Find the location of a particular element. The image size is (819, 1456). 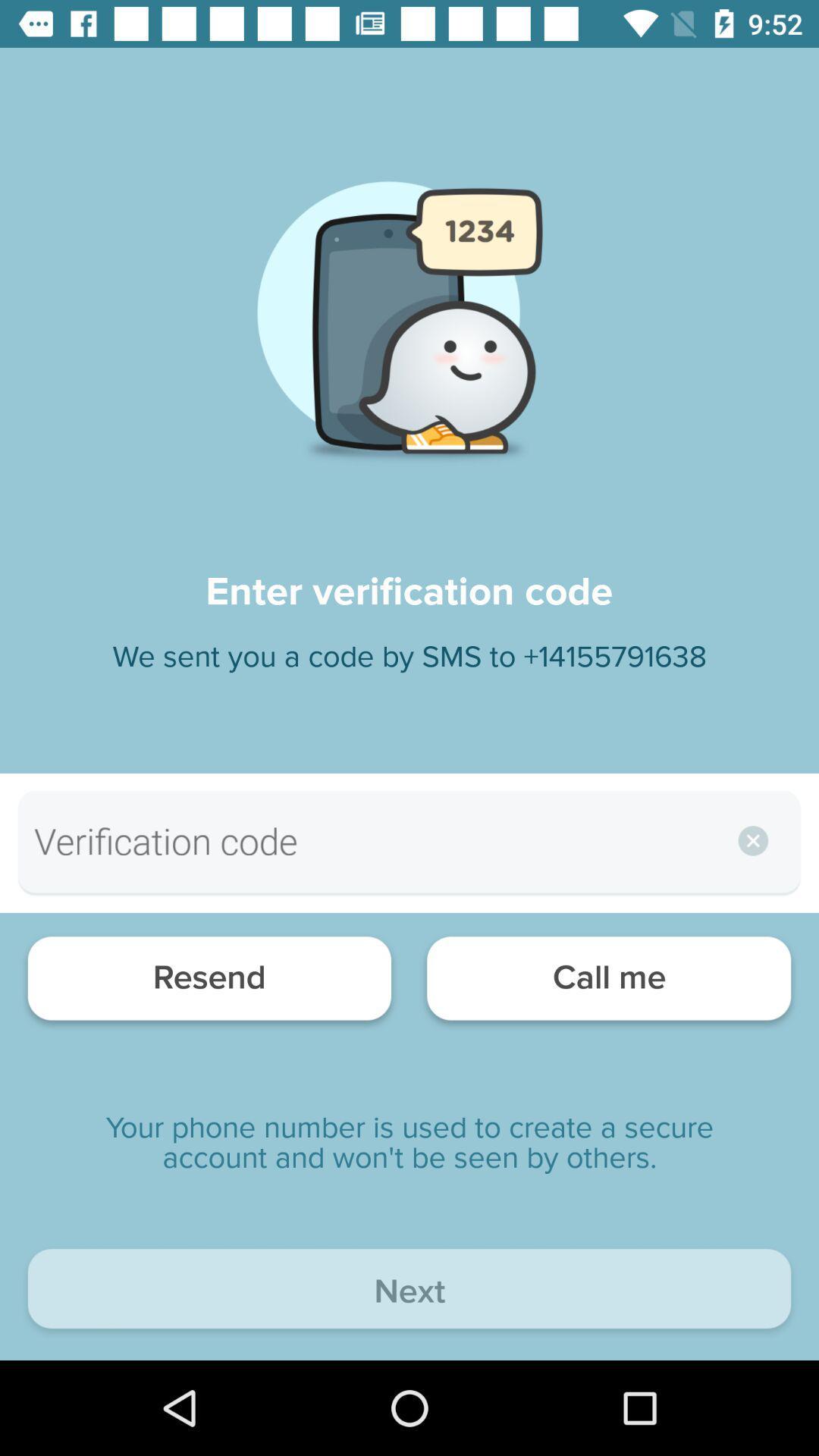

the item at the bottom left corner is located at coordinates (209, 982).